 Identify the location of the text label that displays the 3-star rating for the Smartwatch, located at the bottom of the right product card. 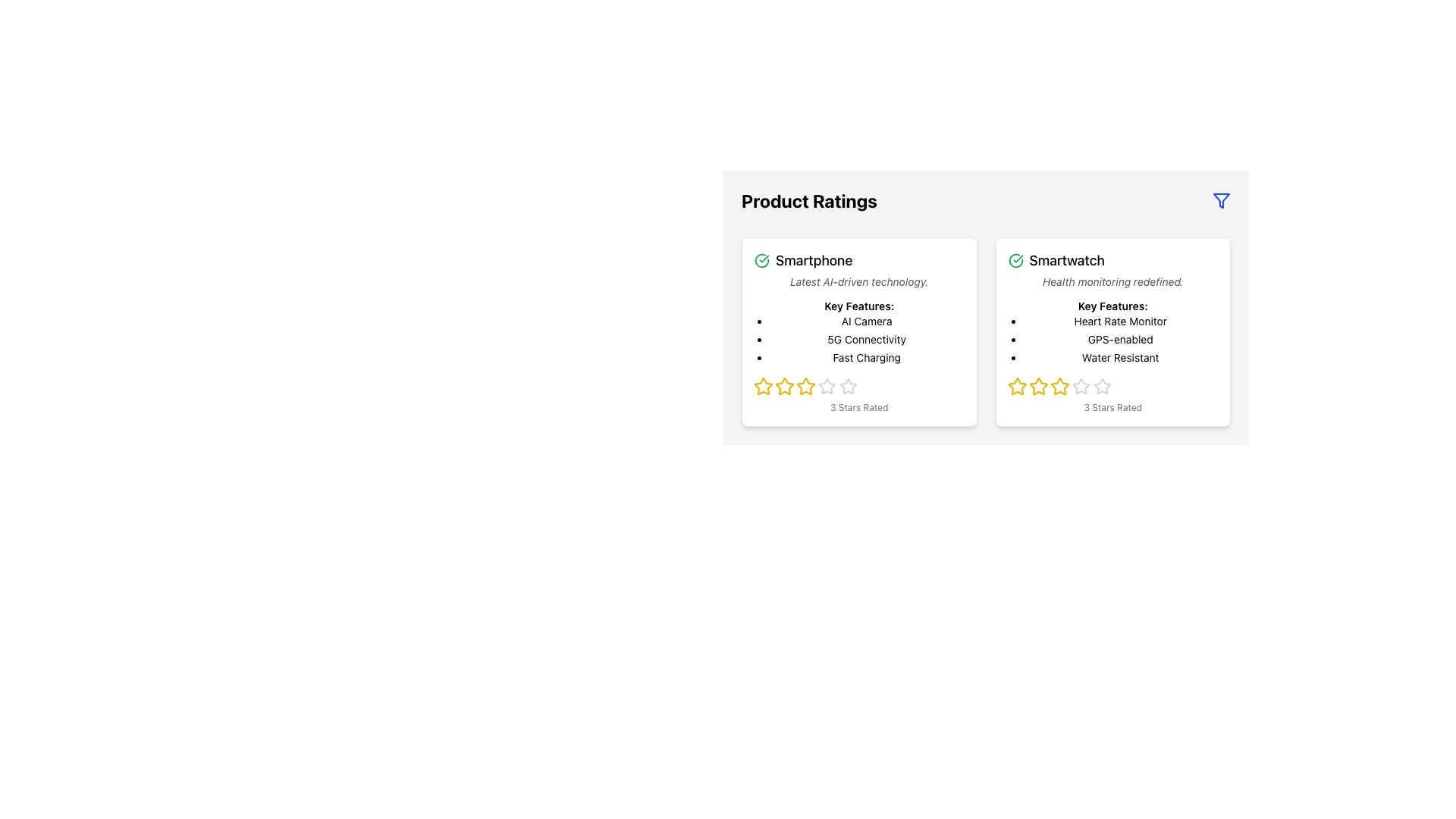
(1112, 406).